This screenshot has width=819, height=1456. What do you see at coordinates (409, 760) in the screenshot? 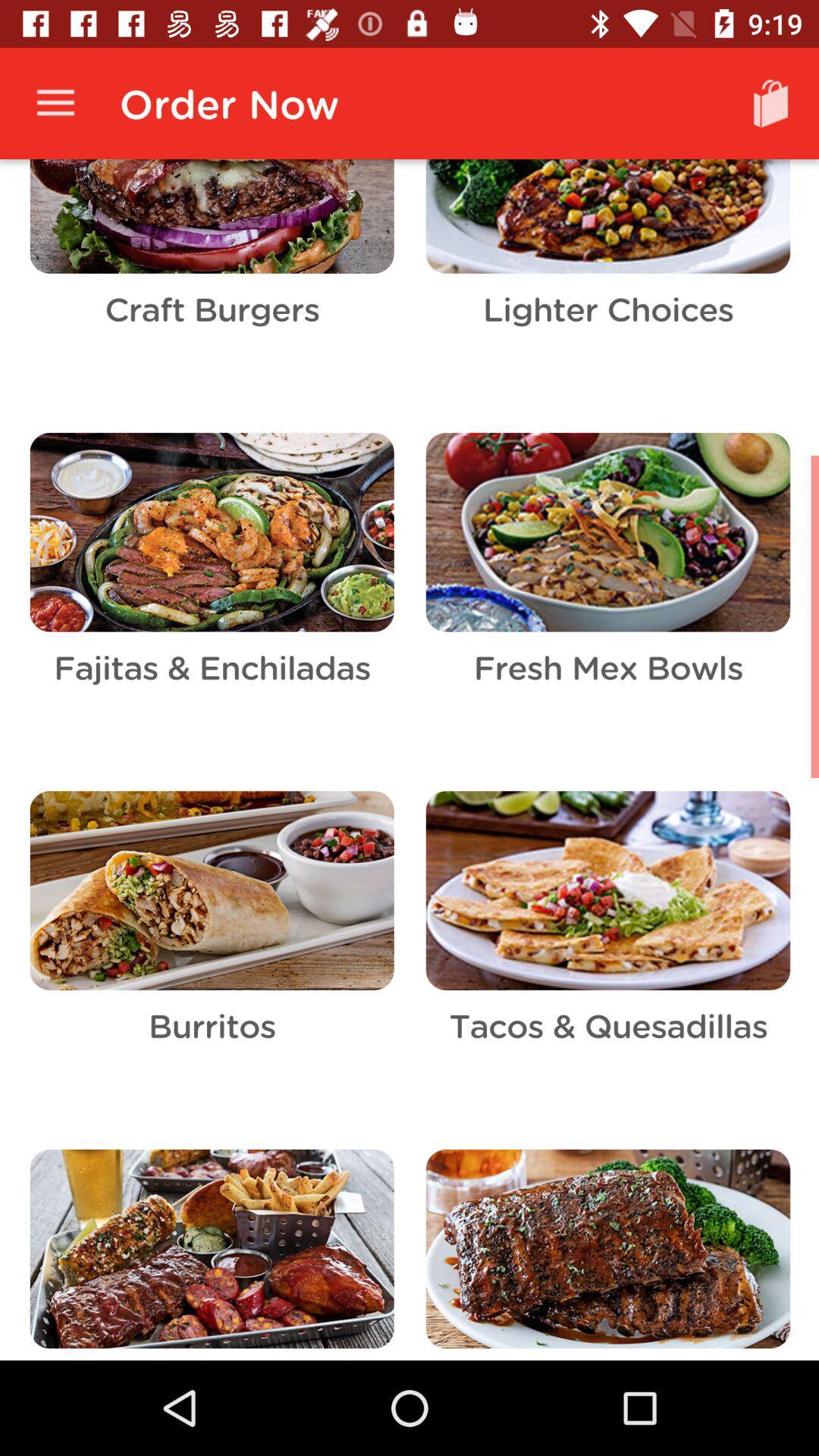
I see `food menu` at bounding box center [409, 760].